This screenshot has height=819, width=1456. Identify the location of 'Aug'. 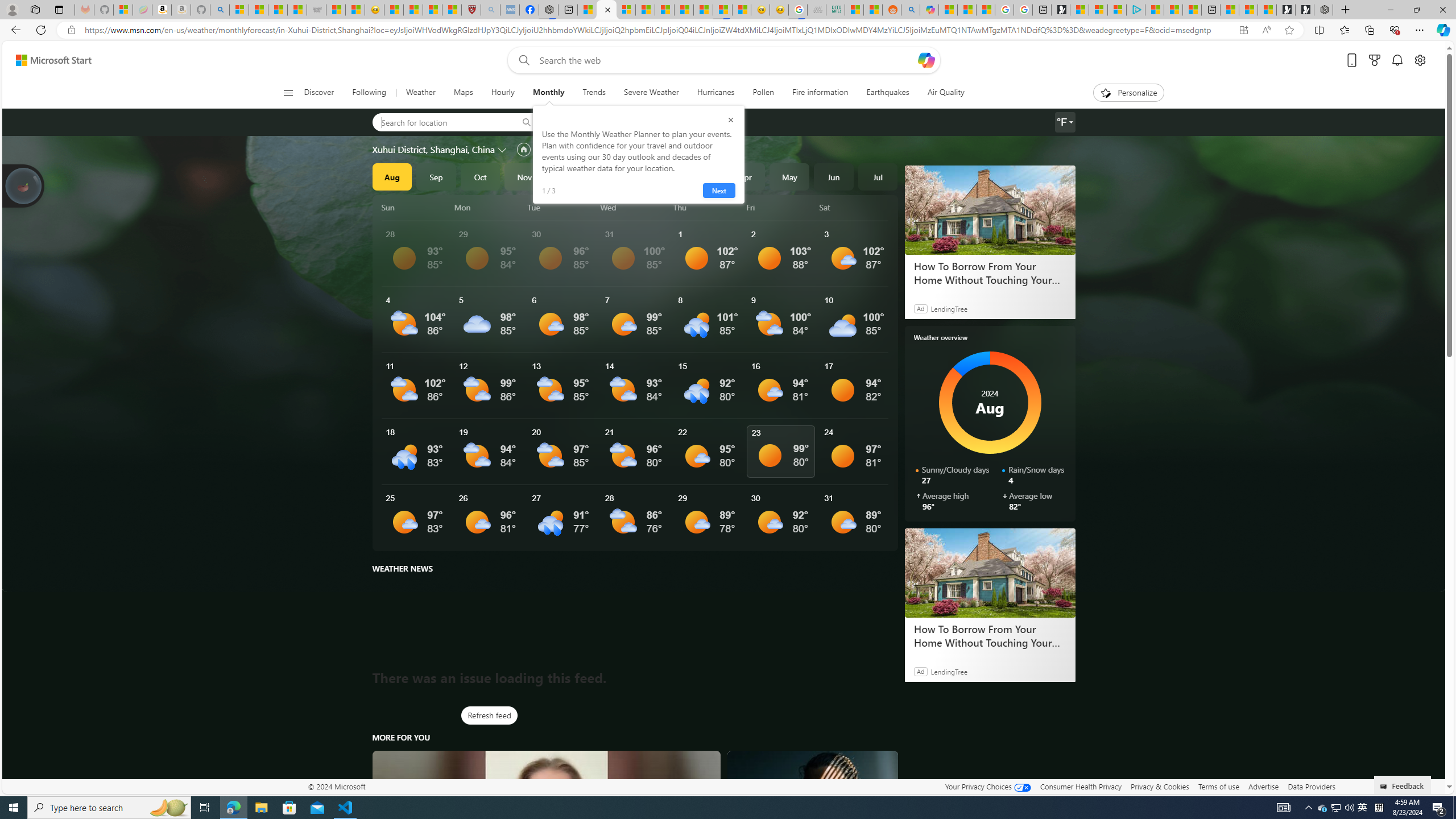
(391, 176).